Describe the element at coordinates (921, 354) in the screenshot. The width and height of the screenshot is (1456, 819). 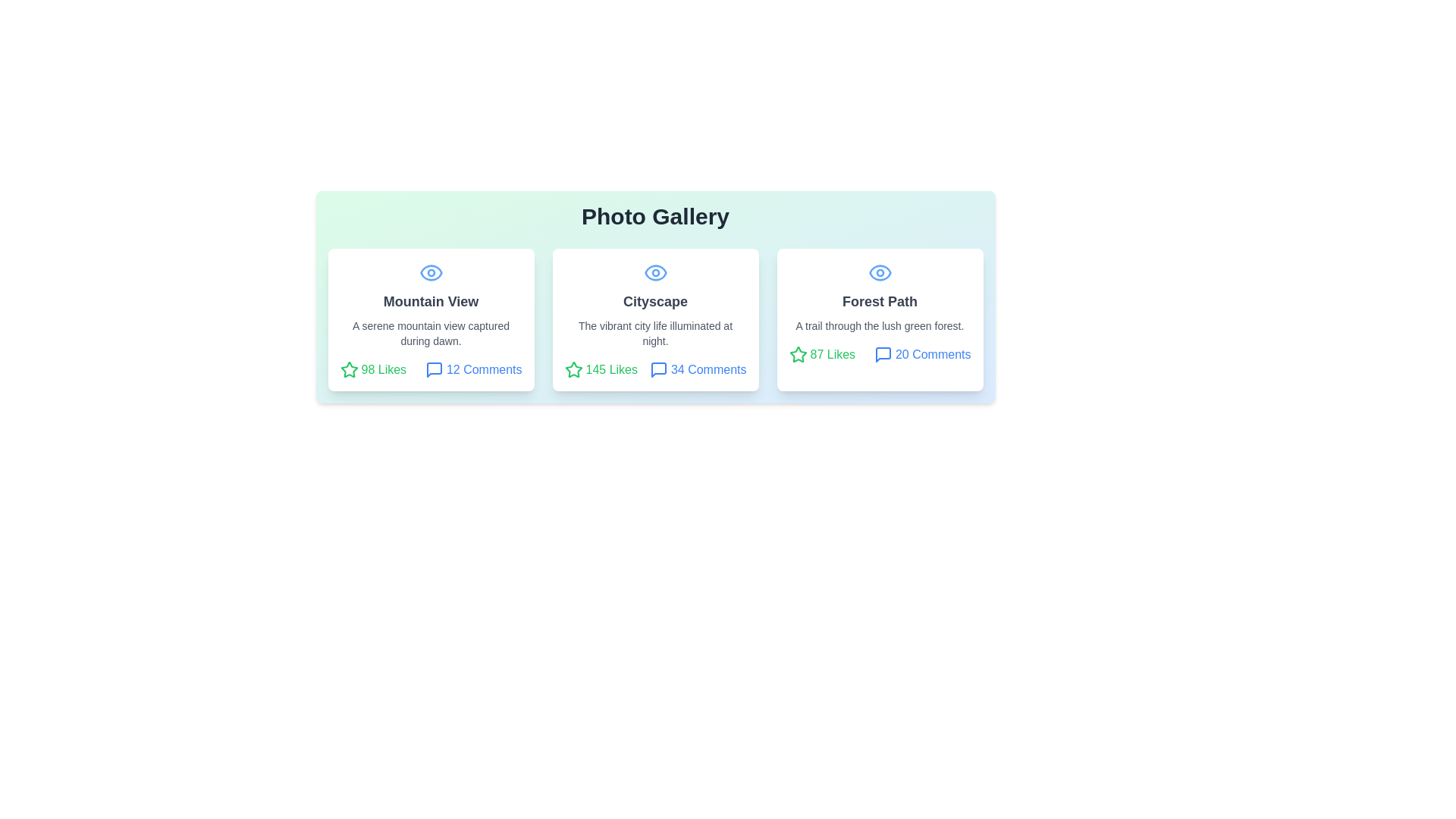
I see `the comments count for the photo titled Forest Path` at that location.